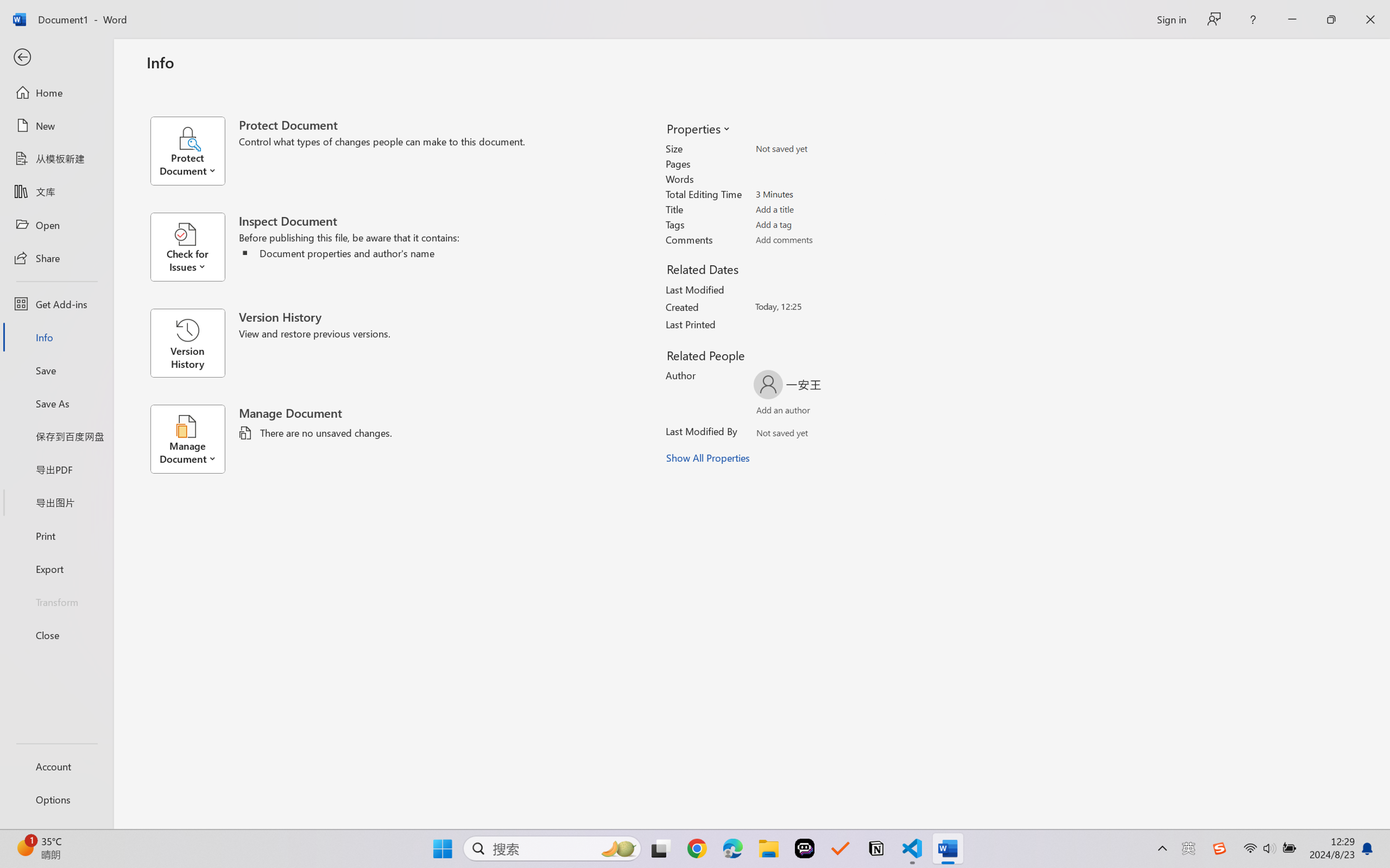 The width and height of the screenshot is (1390, 868). Describe the element at coordinates (194, 150) in the screenshot. I see `'Protect Document'` at that location.